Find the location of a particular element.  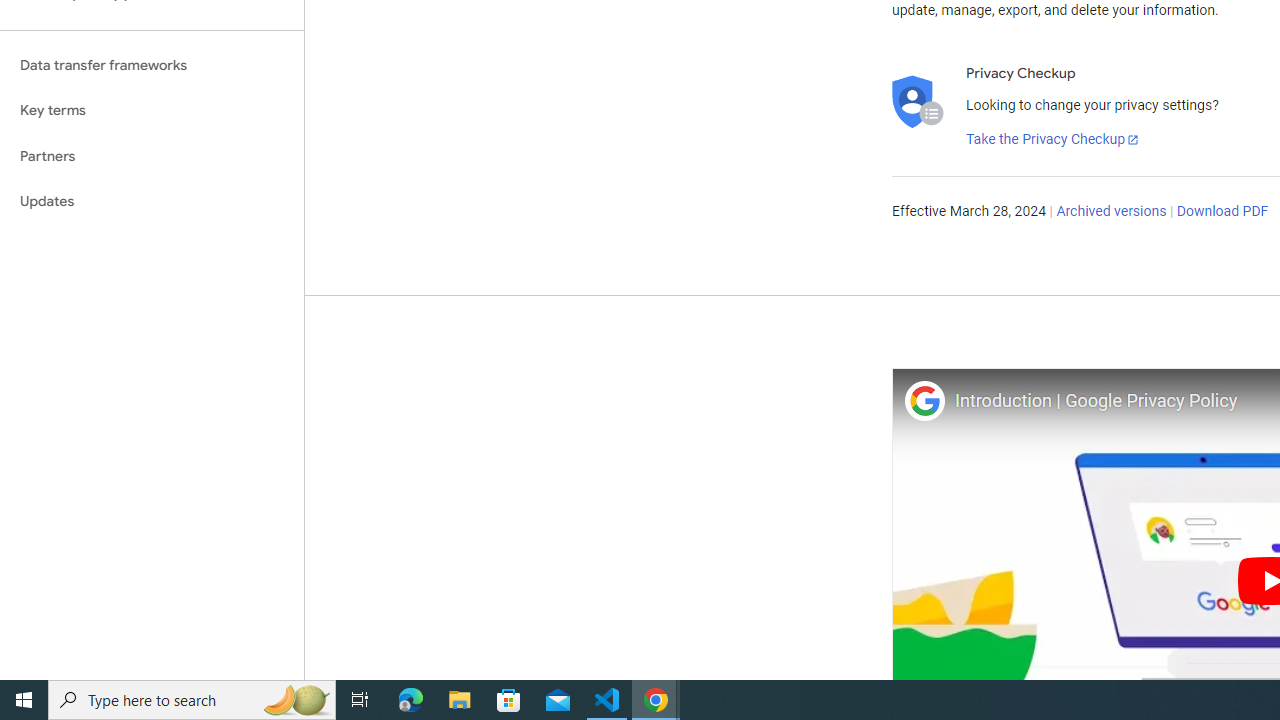

'Archived versions' is located at coordinates (1110, 212).